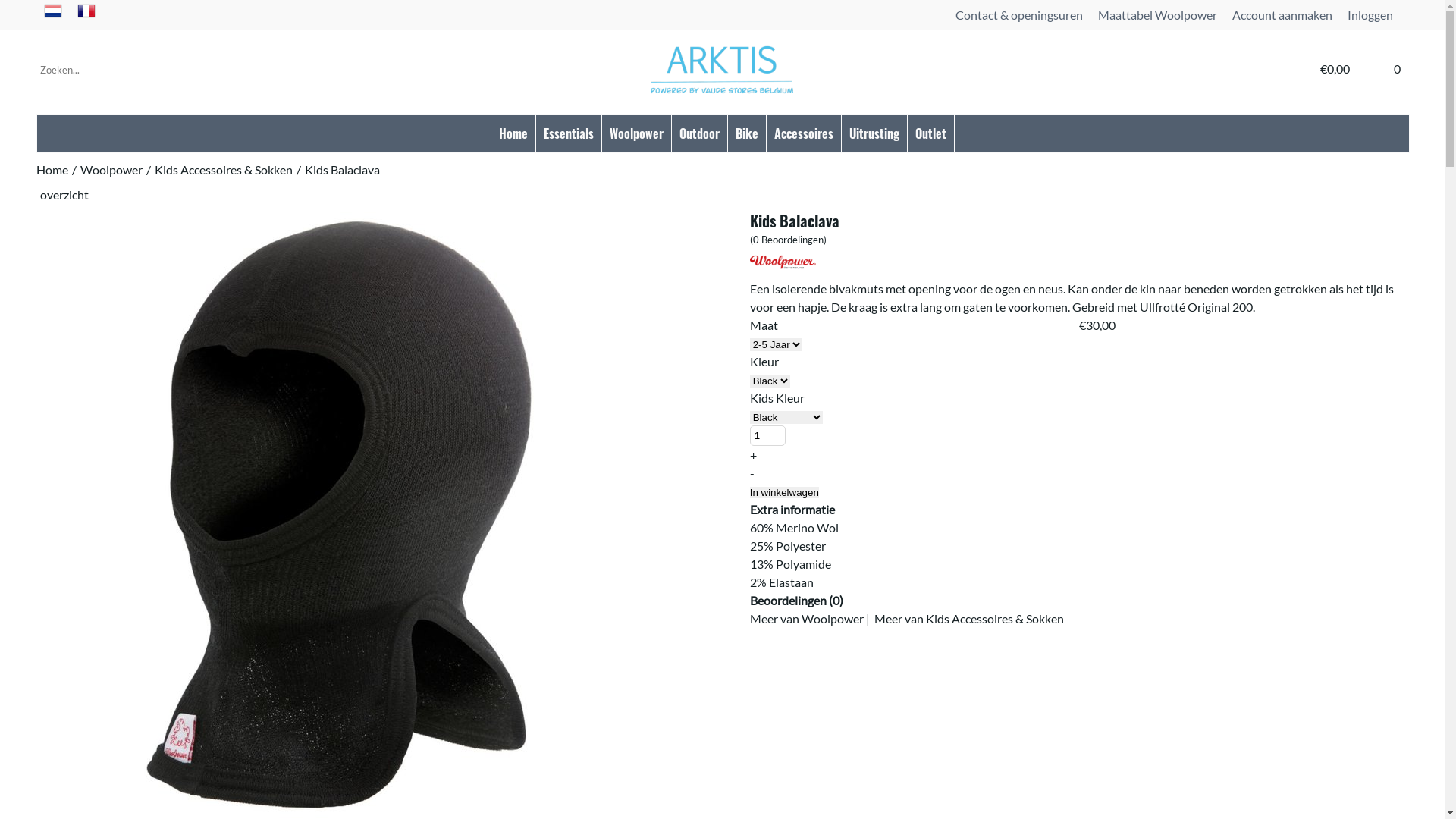  I want to click on 'overzicht', so click(64, 193).